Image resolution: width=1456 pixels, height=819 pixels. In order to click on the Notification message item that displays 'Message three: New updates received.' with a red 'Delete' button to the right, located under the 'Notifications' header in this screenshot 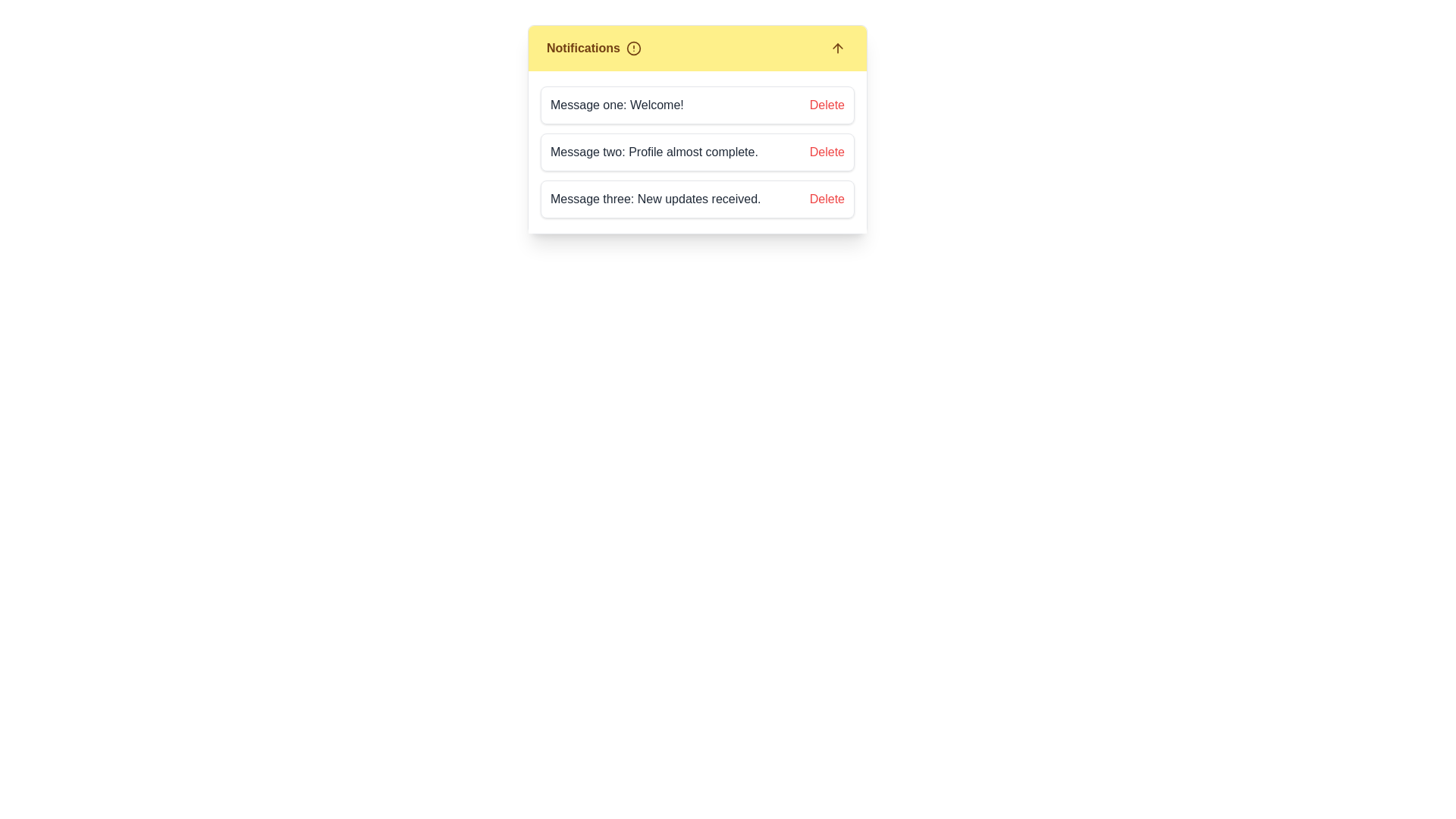, I will do `click(697, 198)`.